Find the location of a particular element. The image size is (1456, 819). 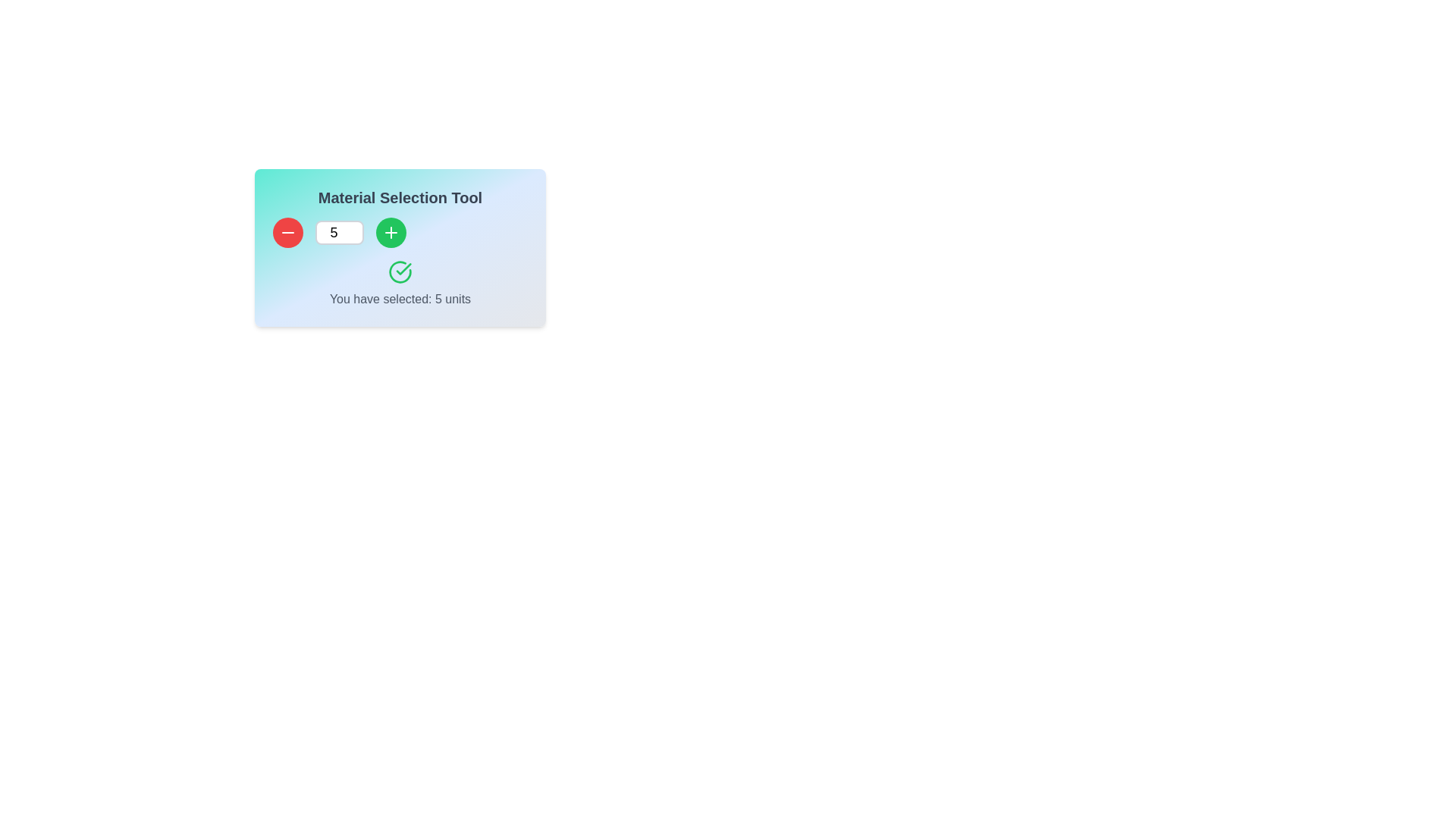

the informational message displaying 'You have selected: 5 units' with a green circular checkmark icon, located within the 'Material Selection Tool' card is located at coordinates (400, 284).